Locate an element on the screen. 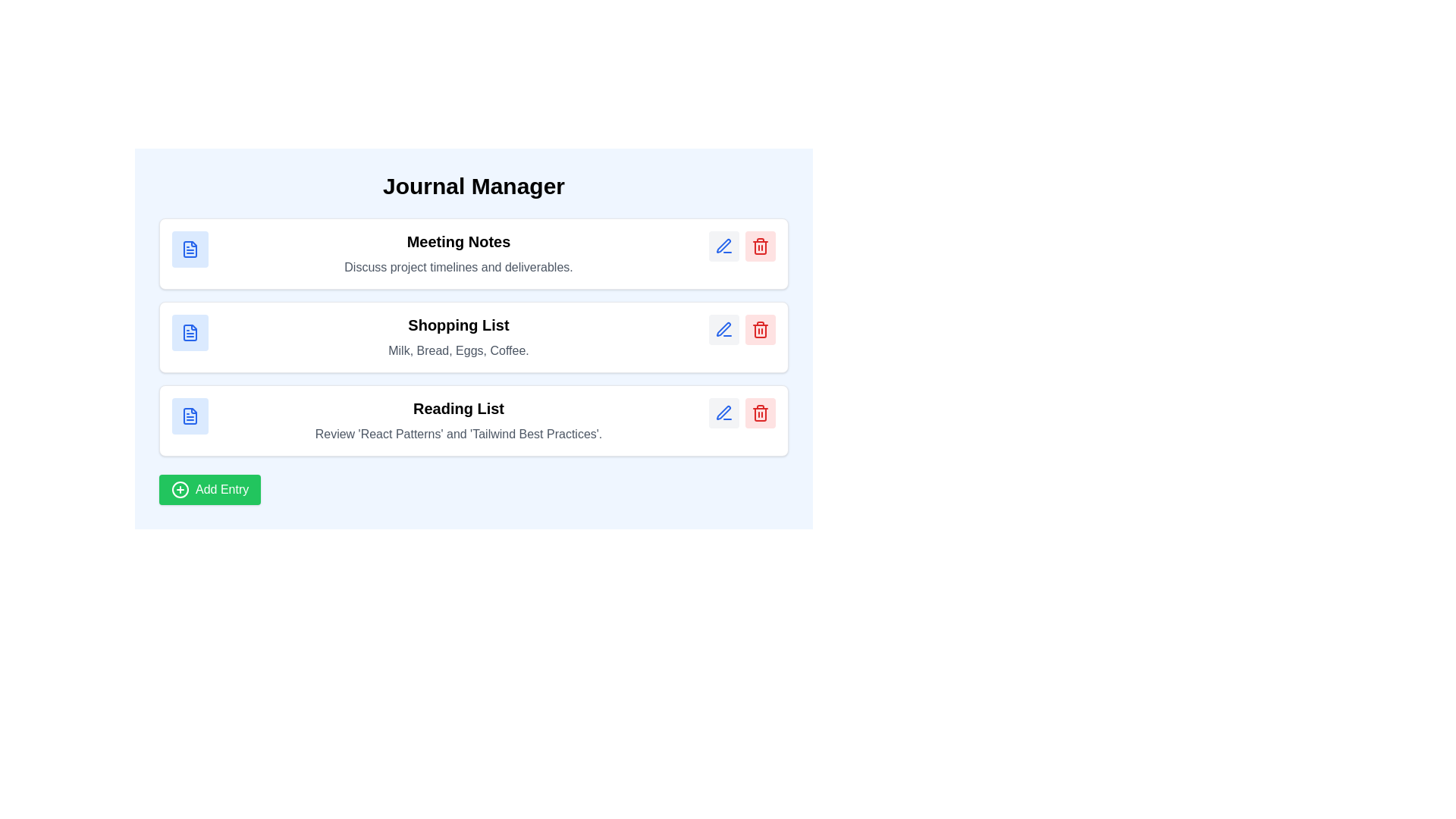  the red trash bin icon in the control panel for managing the 'Reading List' entry is located at coordinates (742, 413).